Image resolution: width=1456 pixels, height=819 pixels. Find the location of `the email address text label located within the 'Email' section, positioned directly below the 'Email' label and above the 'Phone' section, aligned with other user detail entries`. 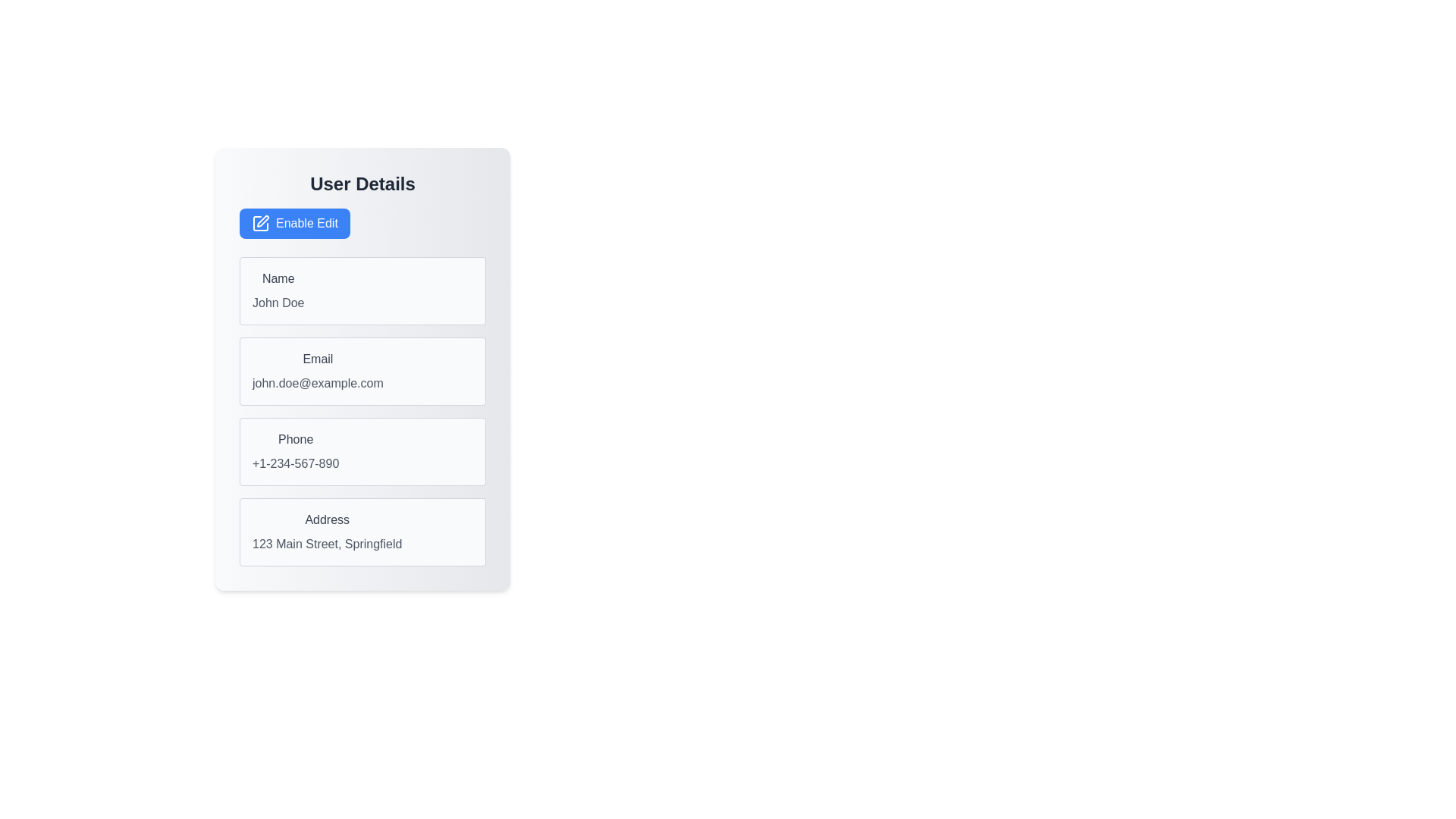

the email address text label located within the 'Email' section, positioned directly below the 'Email' label and above the 'Phone' section, aligned with other user detail entries is located at coordinates (317, 382).